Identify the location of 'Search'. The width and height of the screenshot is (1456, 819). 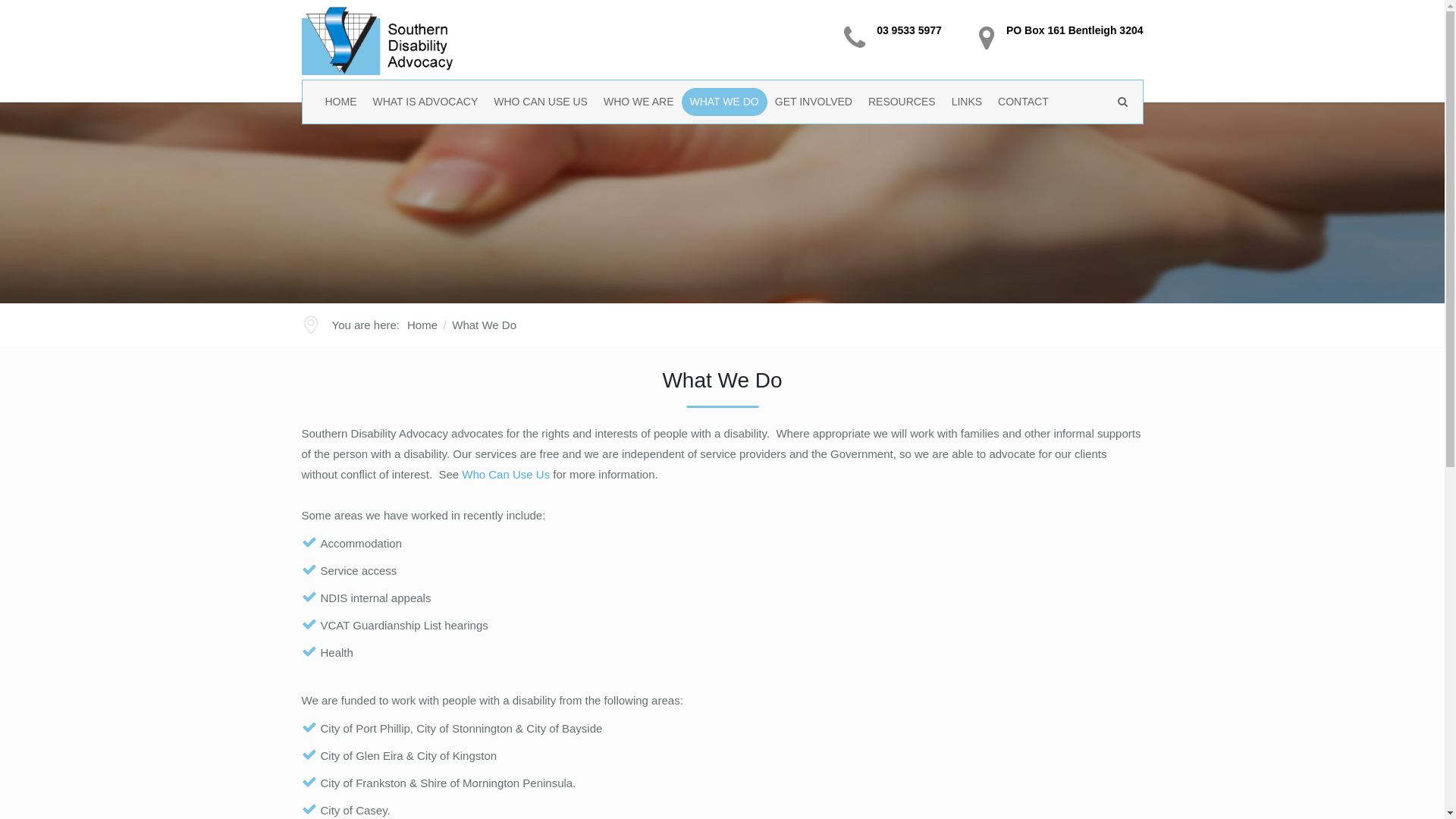
(1106, 141).